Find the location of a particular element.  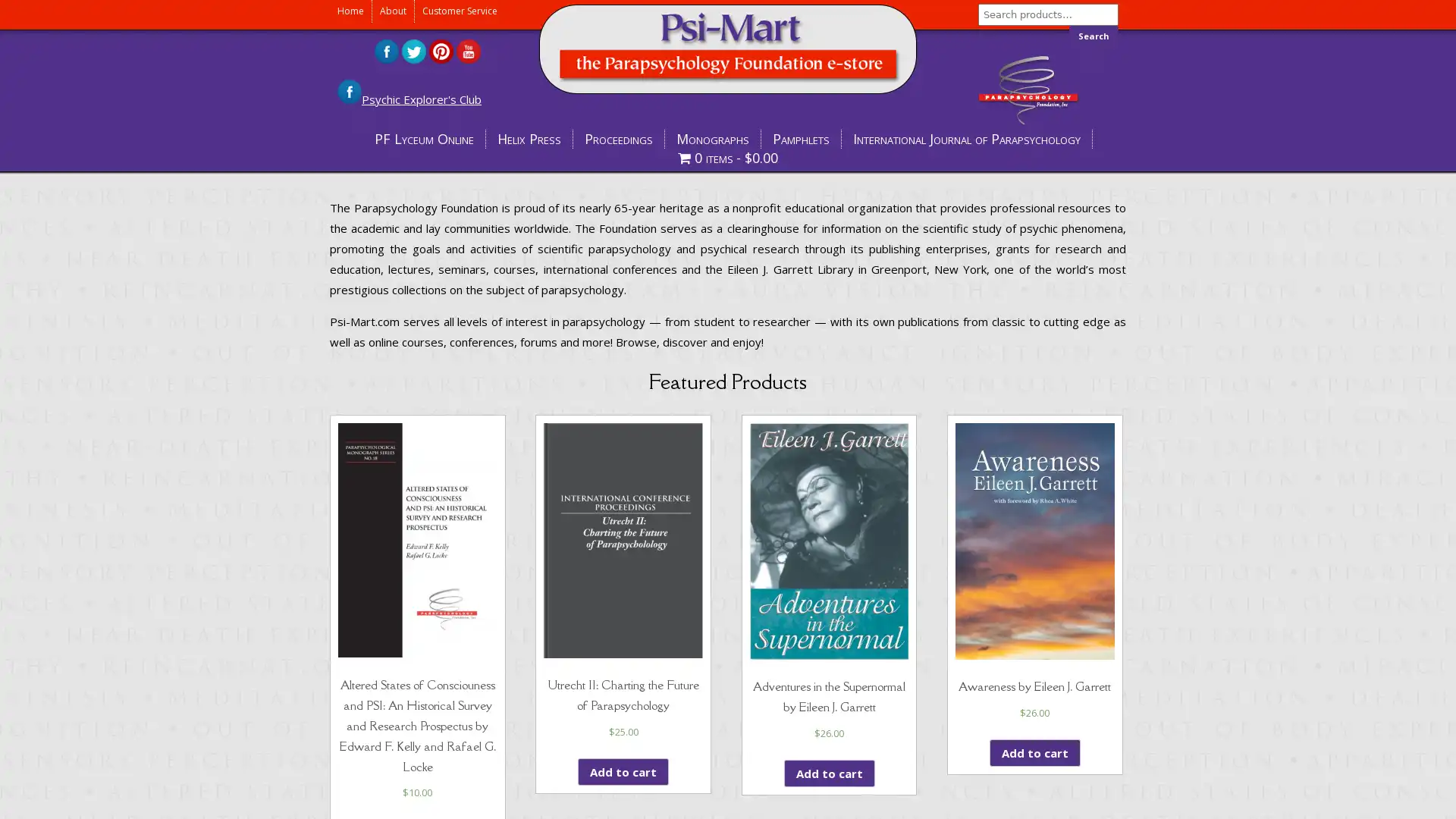

Search is located at coordinates (1094, 35).